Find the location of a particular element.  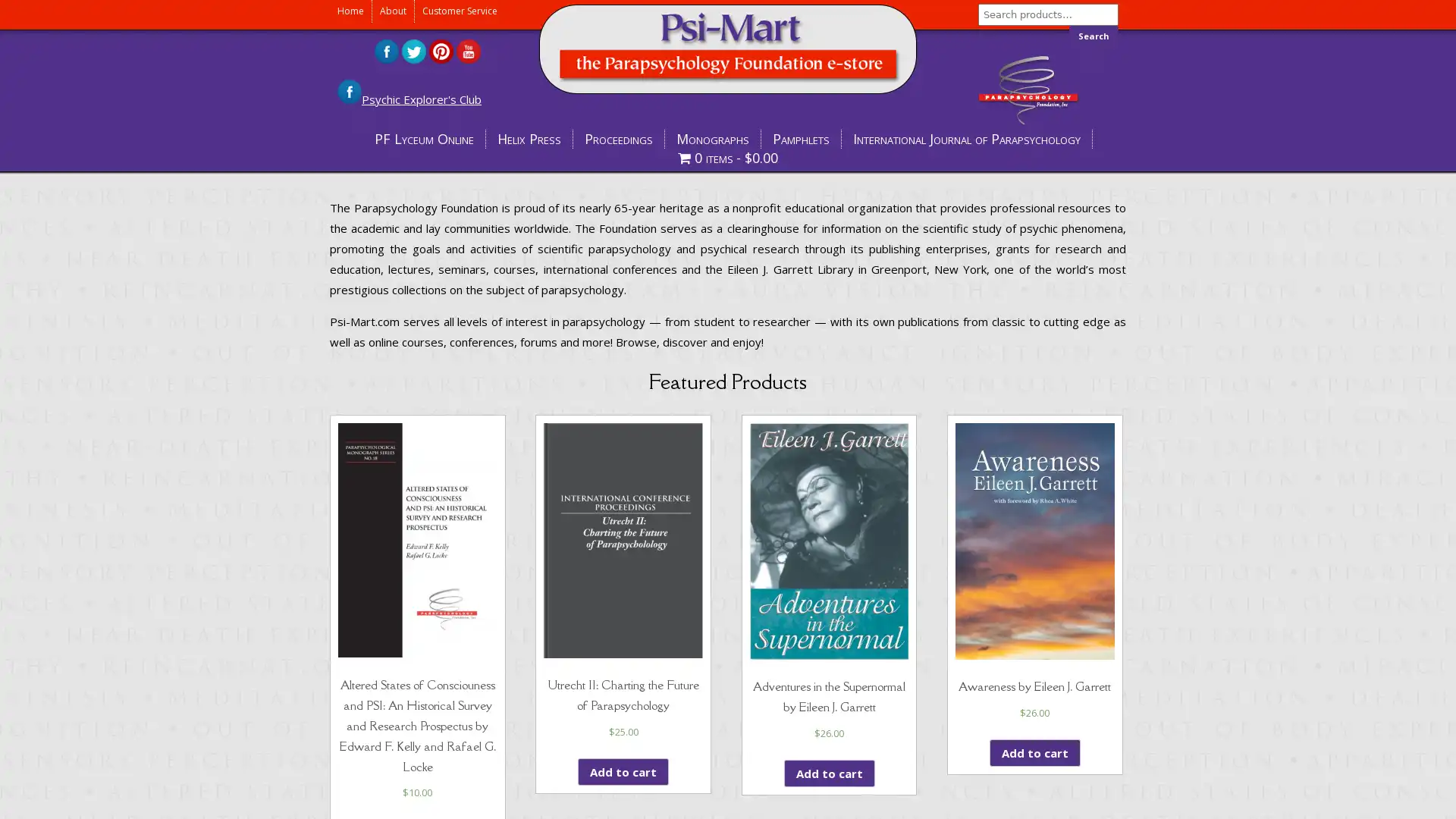

Search is located at coordinates (1094, 35).